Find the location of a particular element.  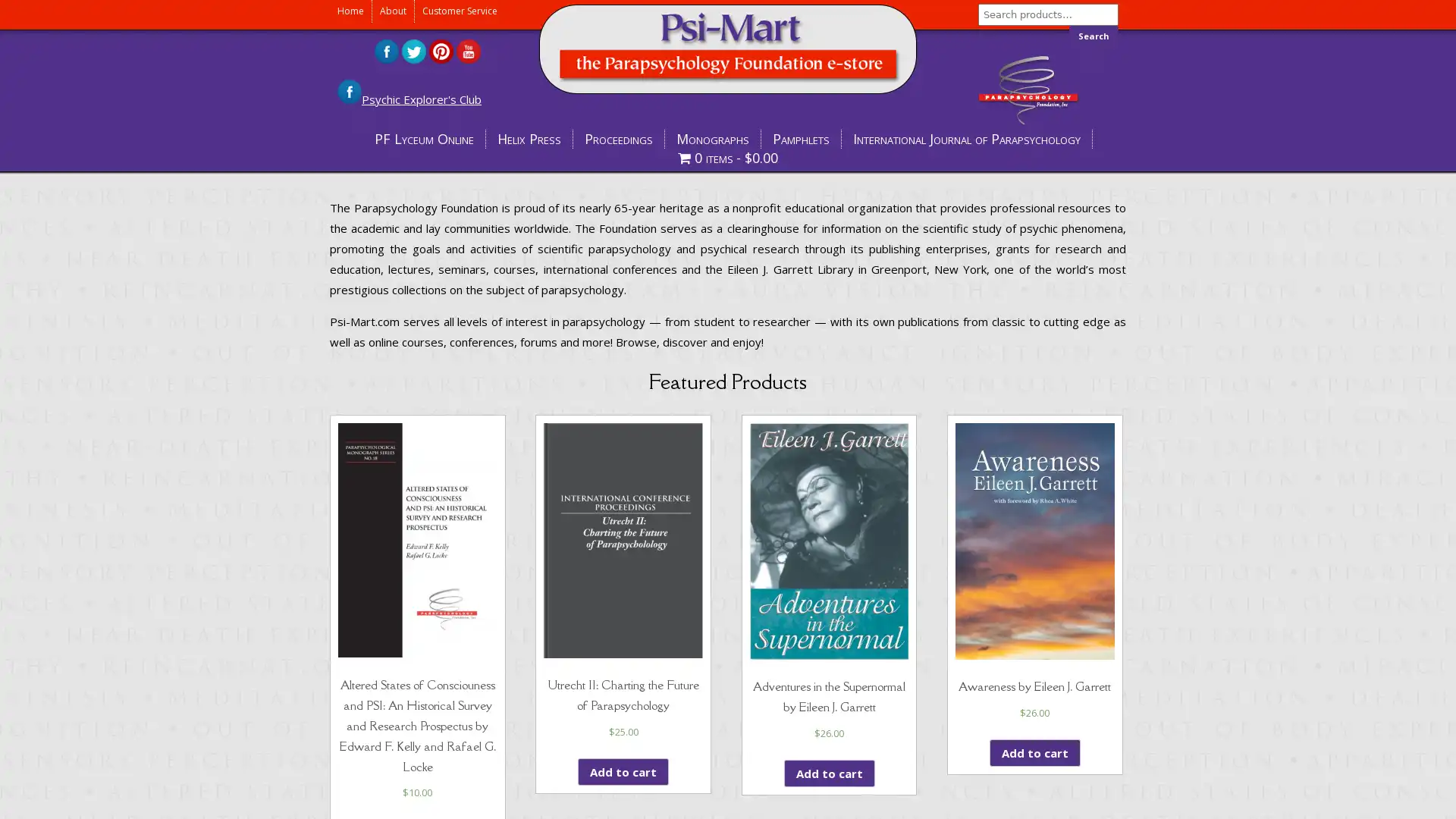

Search is located at coordinates (1094, 35).